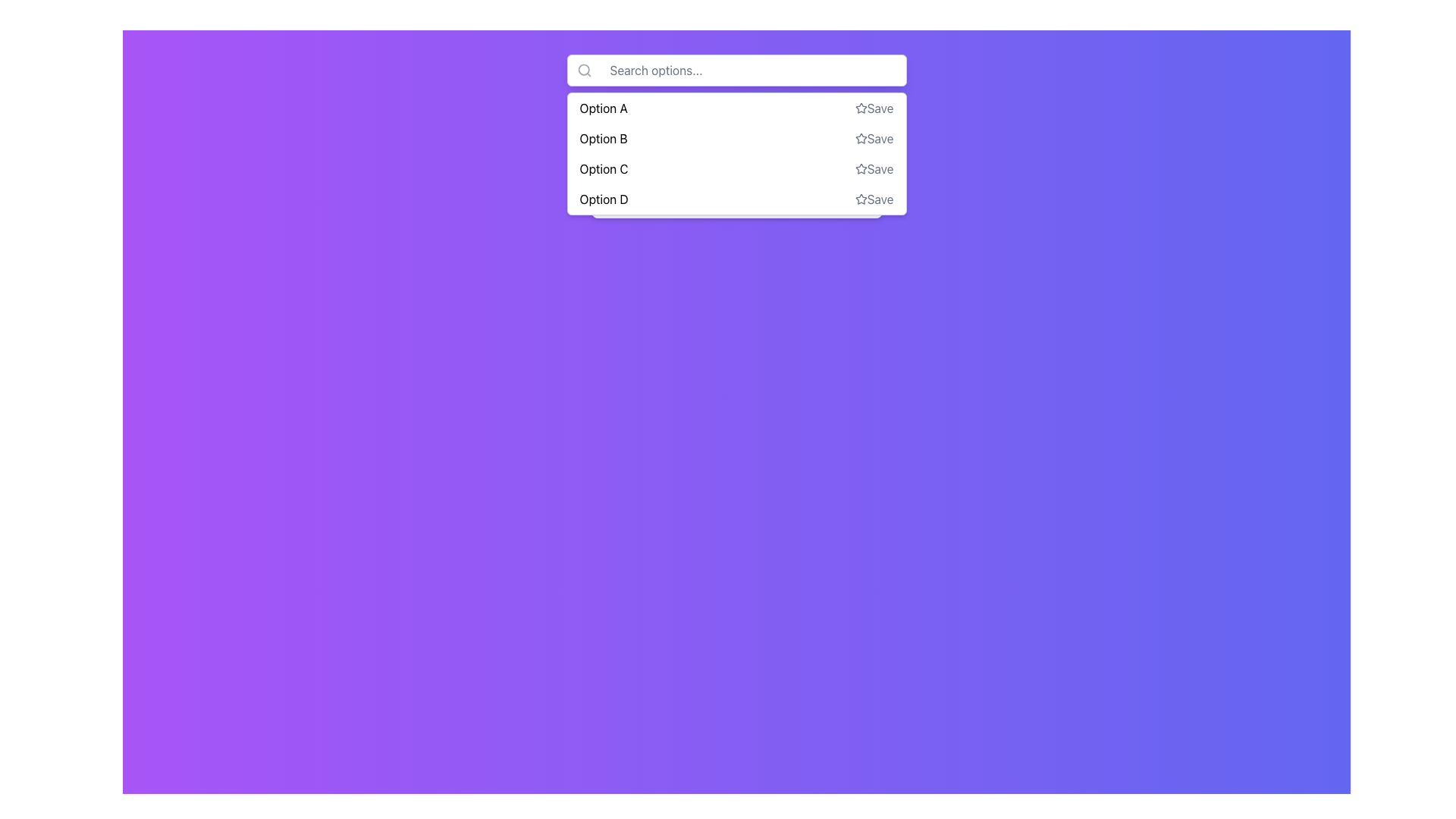 The height and width of the screenshot is (819, 1456). What do you see at coordinates (874, 107) in the screenshot?
I see `the 'Save' button, which is styled in gray and positioned next to a star icon` at bounding box center [874, 107].